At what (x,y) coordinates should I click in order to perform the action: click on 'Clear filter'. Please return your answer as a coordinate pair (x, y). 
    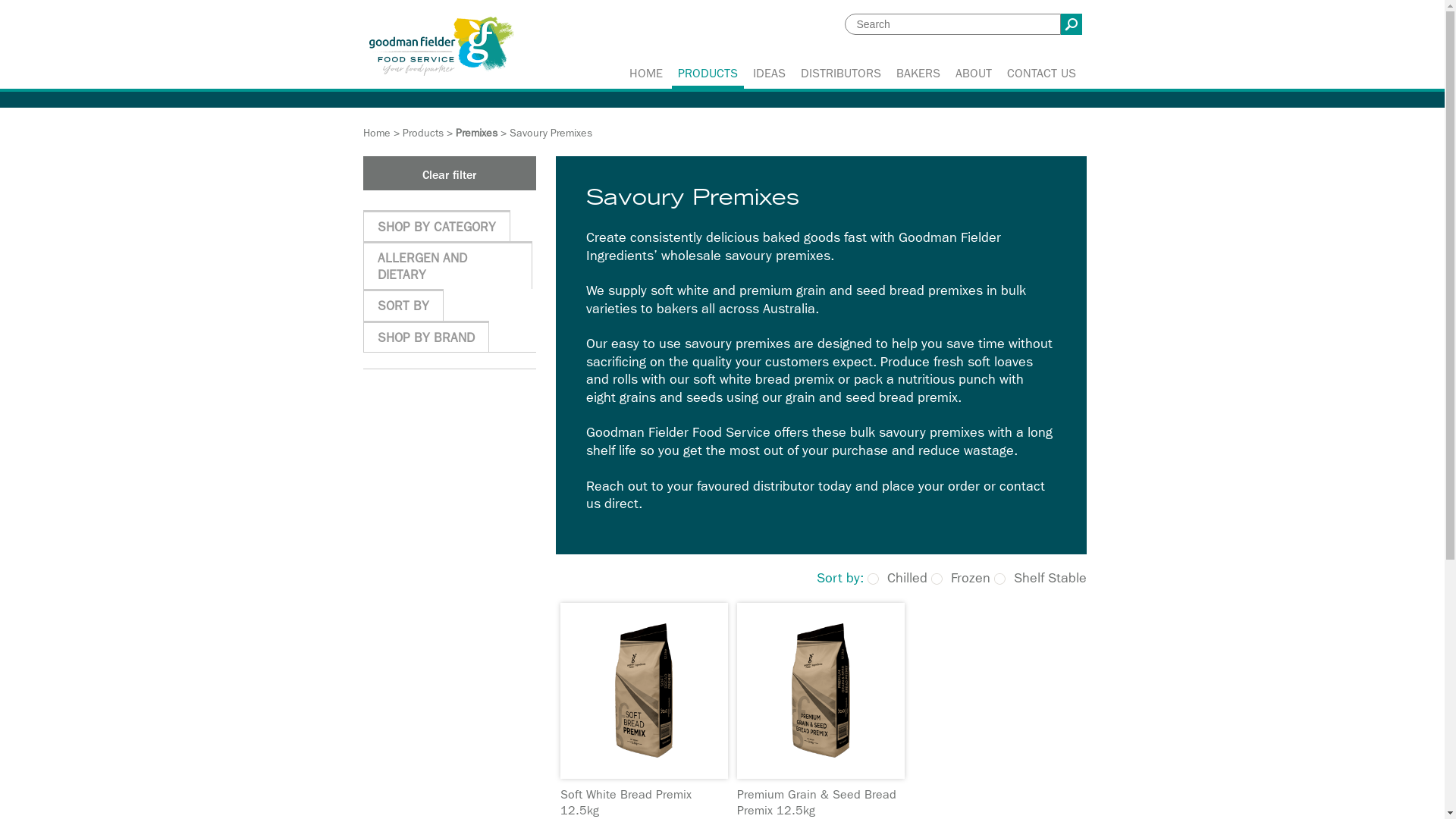
    Looking at the image, I should click on (447, 172).